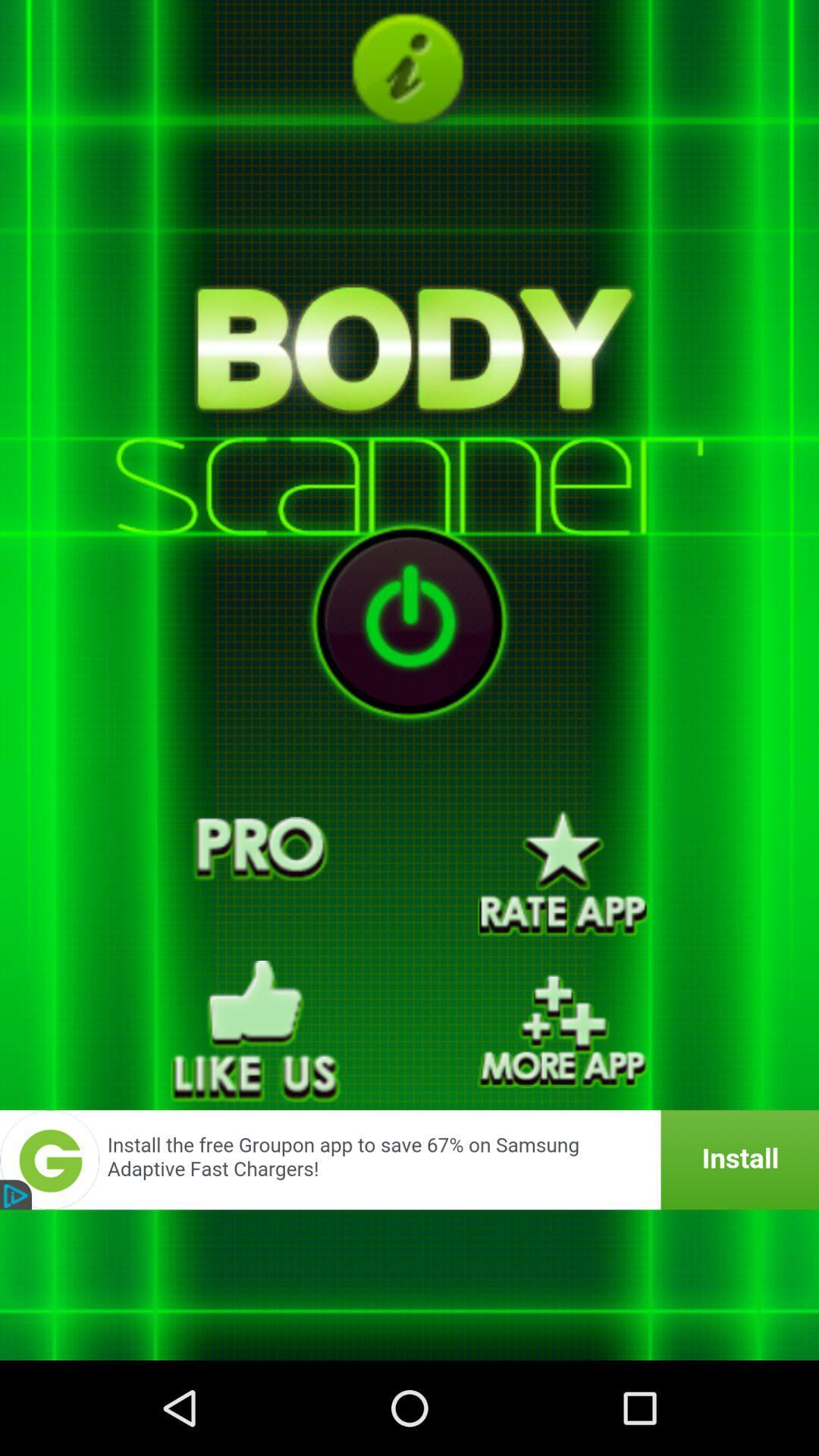  What do you see at coordinates (409, 1159) in the screenshot?
I see `banner advertisement` at bounding box center [409, 1159].